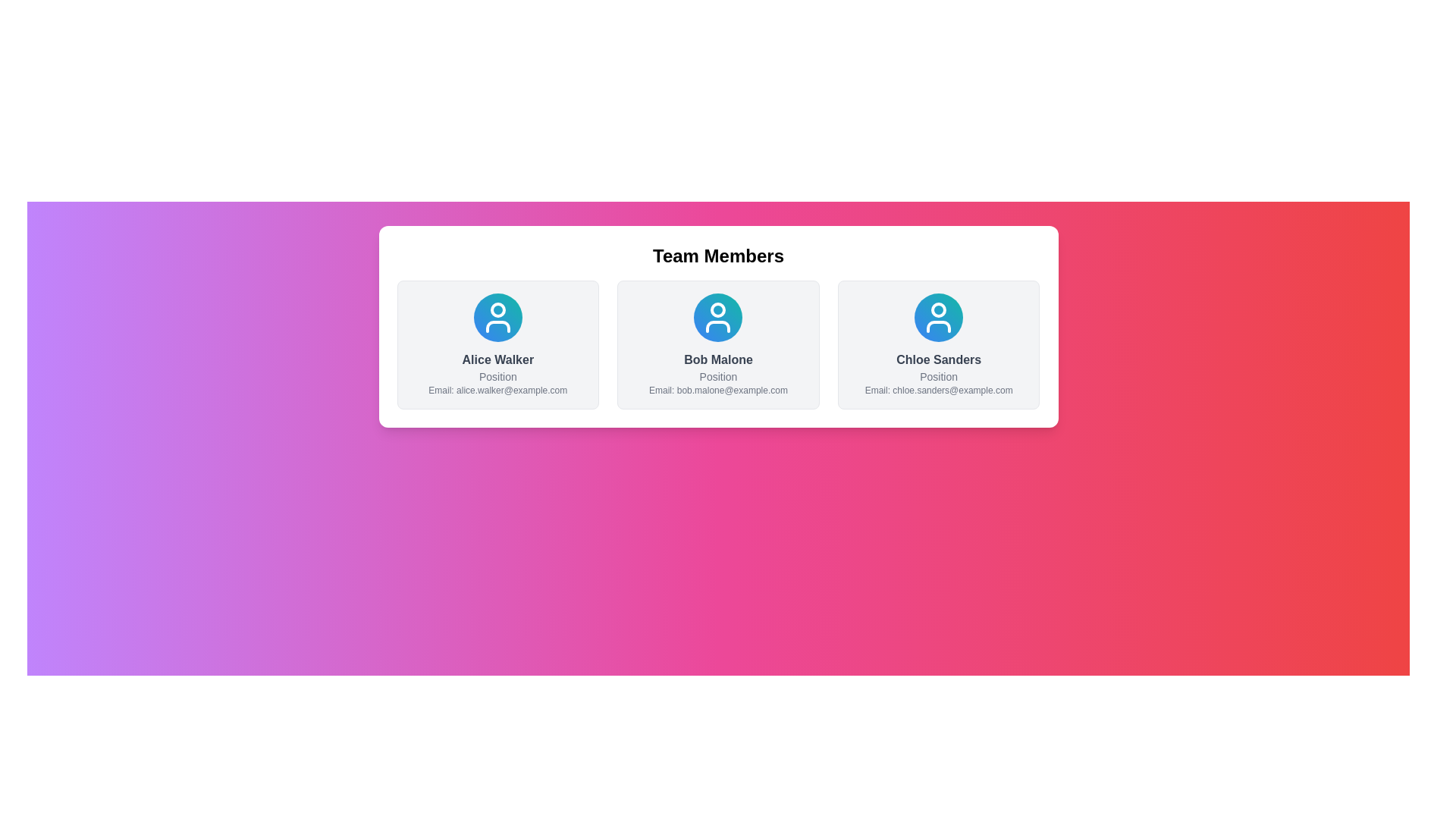 This screenshot has width=1456, height=819. What do you see at coordinates (717, 345) in the screenshot?
I see `the Profile Card displaying Bob Malone's name, position, and email address, located in the center of the Team Members section` at bounding box center [717, 345].